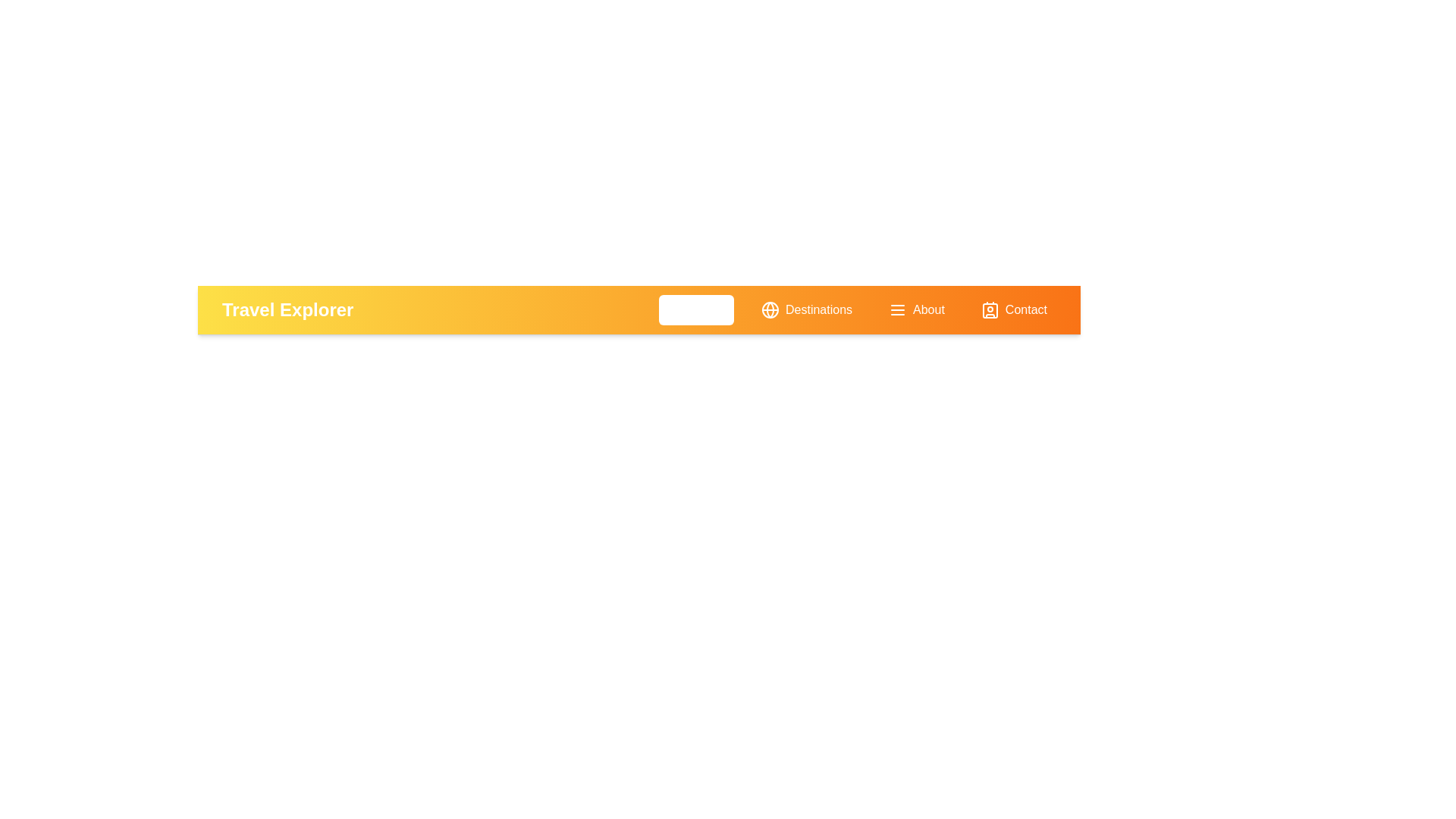 The height and width of the screenshot is (819, 1456). What do you see at coordinates (990, 309) in the screenshot?
I see `the contact card icon within the orange 'Contact' button located at the far right of the navigation bar` at bounding box center [990, 309].